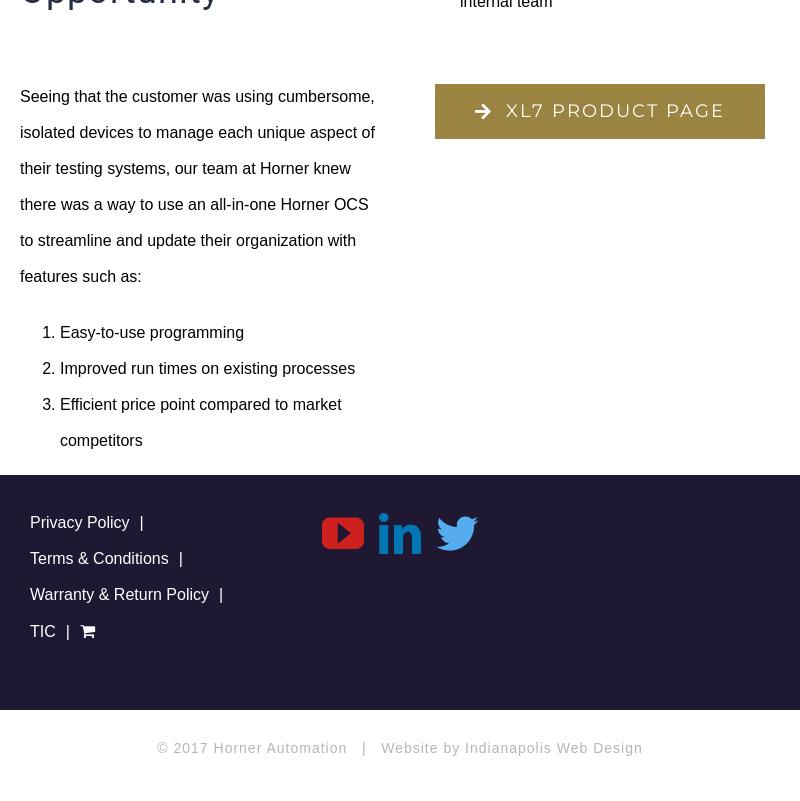 The height and width of the screenshot is (801, 800). Describe the element at coordinates (405, 747) in the screenshot. I see `'|   Website by'` at that location.